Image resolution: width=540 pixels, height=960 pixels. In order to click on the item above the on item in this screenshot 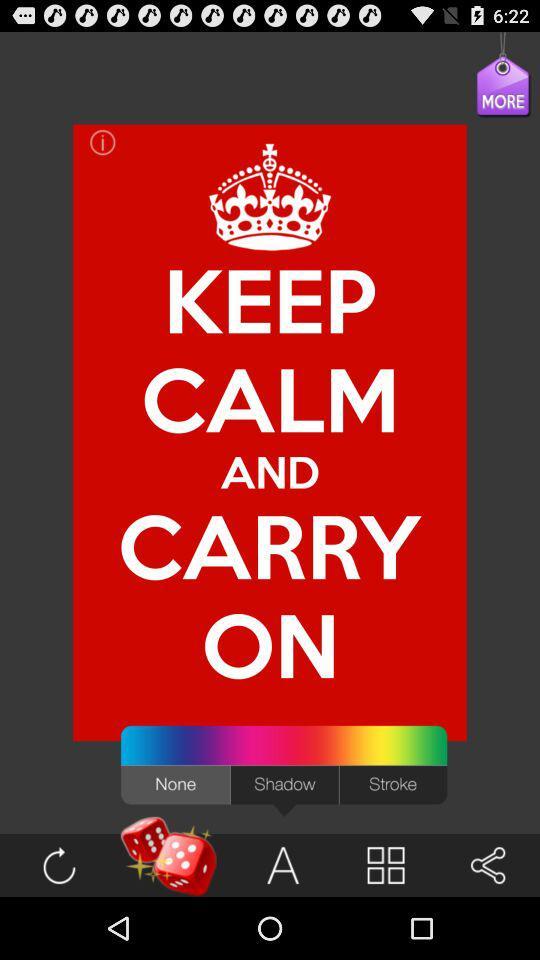, I will do `click(270, 471)`.